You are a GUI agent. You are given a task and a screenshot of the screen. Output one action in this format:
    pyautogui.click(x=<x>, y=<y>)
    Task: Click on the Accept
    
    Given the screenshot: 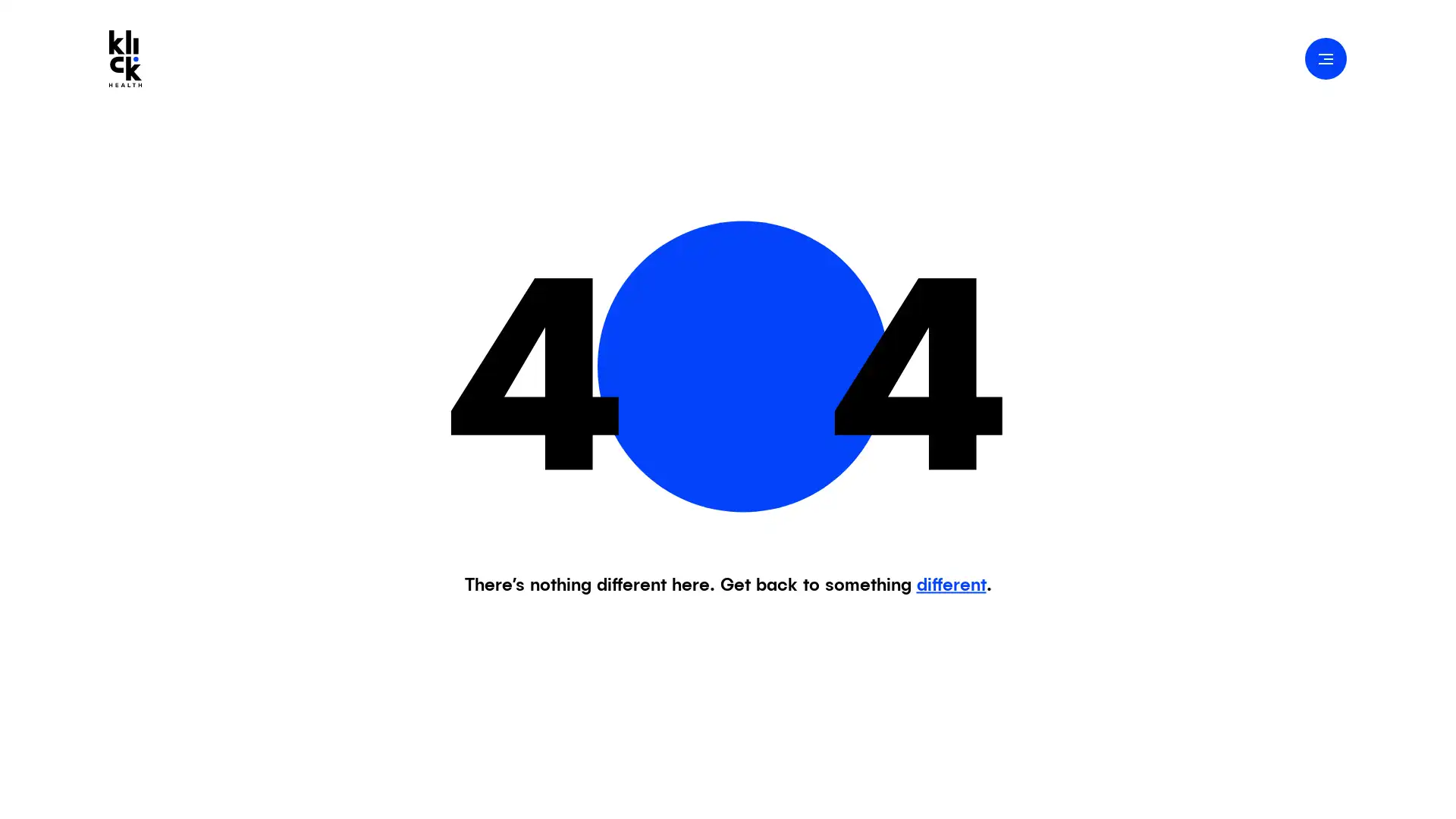 What is the action you would take?
    pyautogui.click(x=1308, y=789)
    